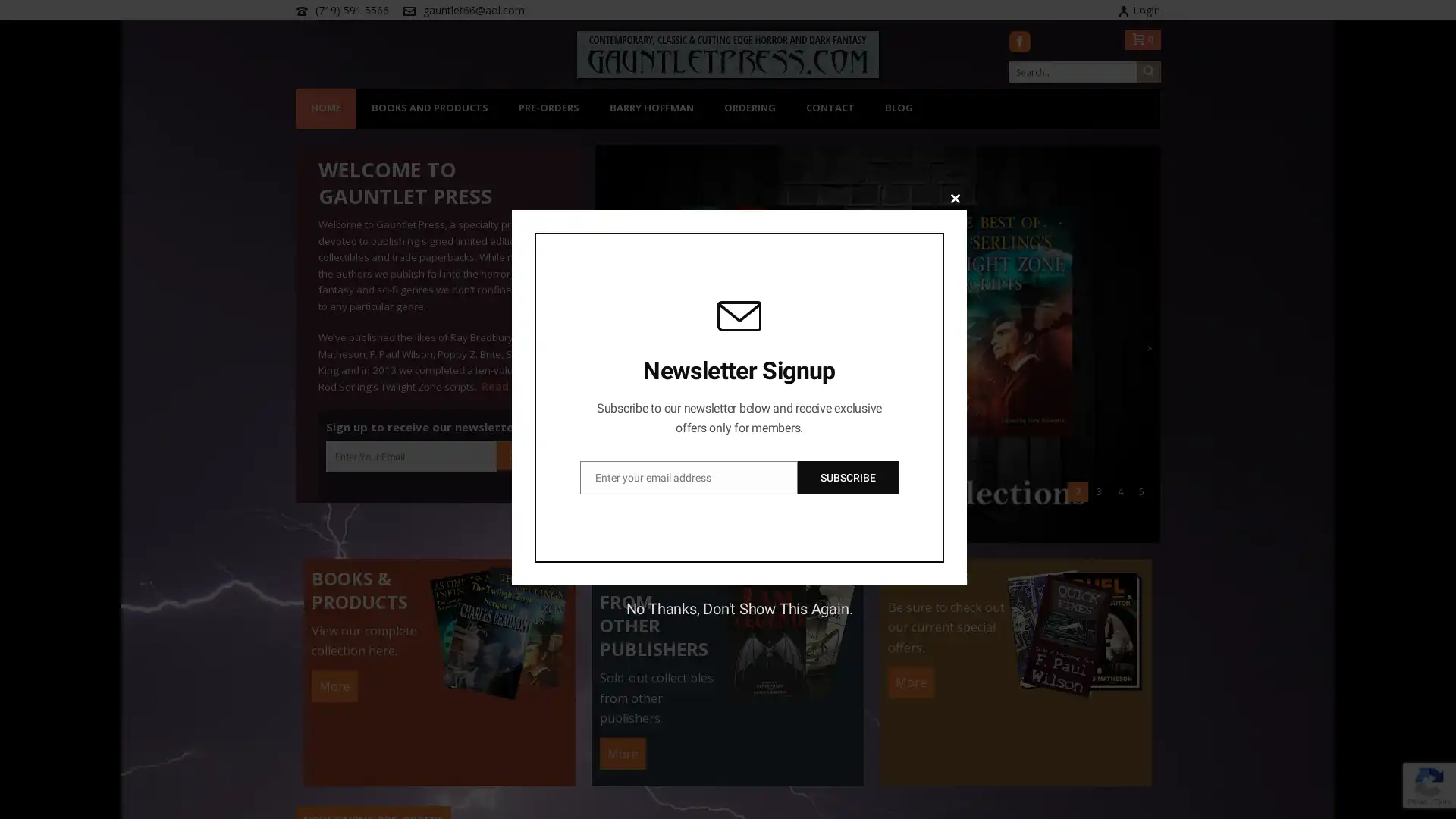  What do you see at coordinates (525, 454) in the screenshot?
I see `Sign Up` at bounding box center [525, 454].